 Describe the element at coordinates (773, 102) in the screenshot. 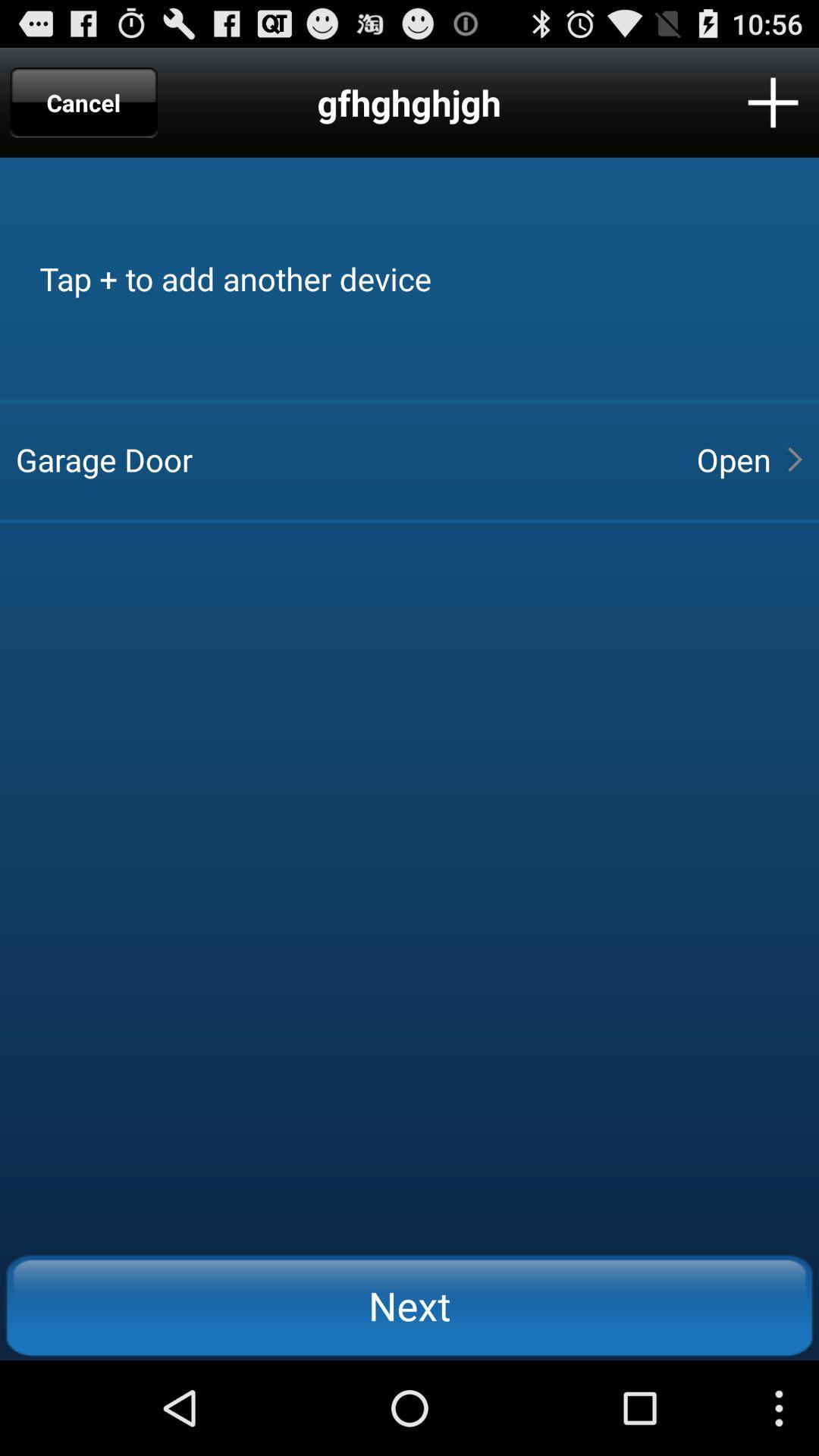

I see `icon next to the gfhghghjgh item` at that location.